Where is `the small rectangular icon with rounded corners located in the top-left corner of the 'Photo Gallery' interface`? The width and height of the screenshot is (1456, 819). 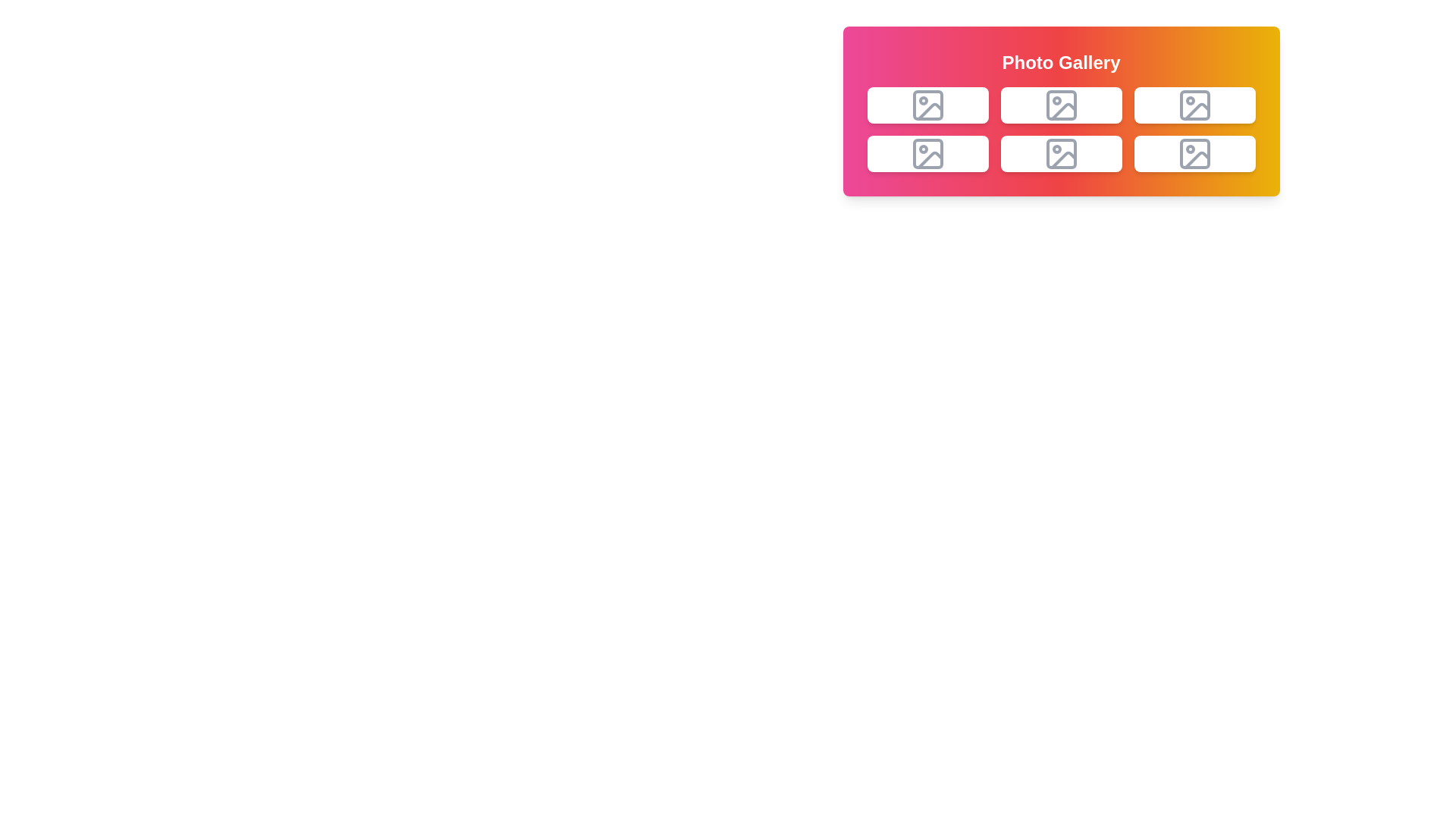 the small rectangular icon with rounded corners located in the top-left corner of the 'Photo Gallery' interface is located at coordinates (927, 104).